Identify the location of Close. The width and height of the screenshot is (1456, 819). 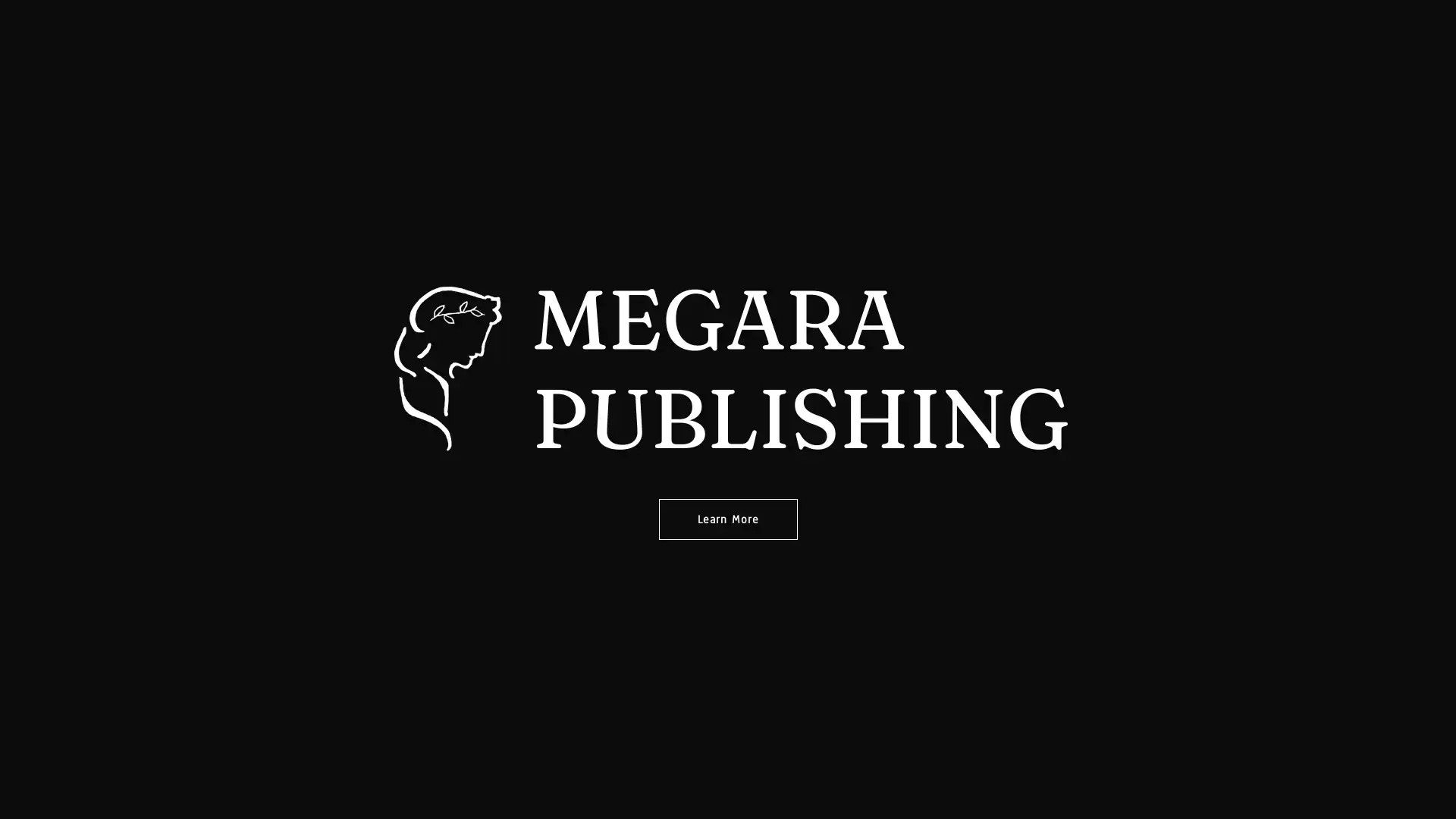
(899, 42).